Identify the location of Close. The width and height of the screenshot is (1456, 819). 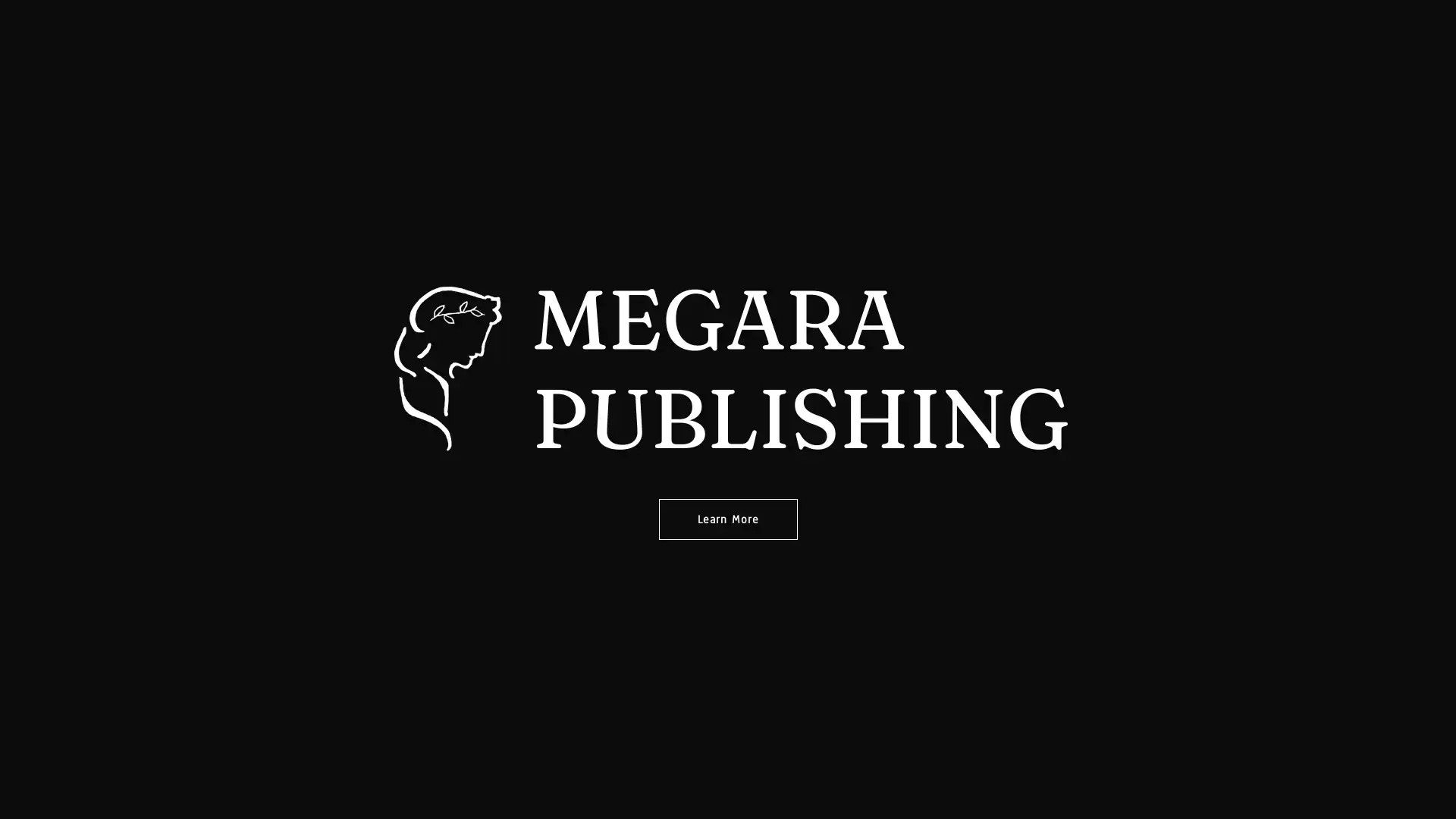
(899, 42).